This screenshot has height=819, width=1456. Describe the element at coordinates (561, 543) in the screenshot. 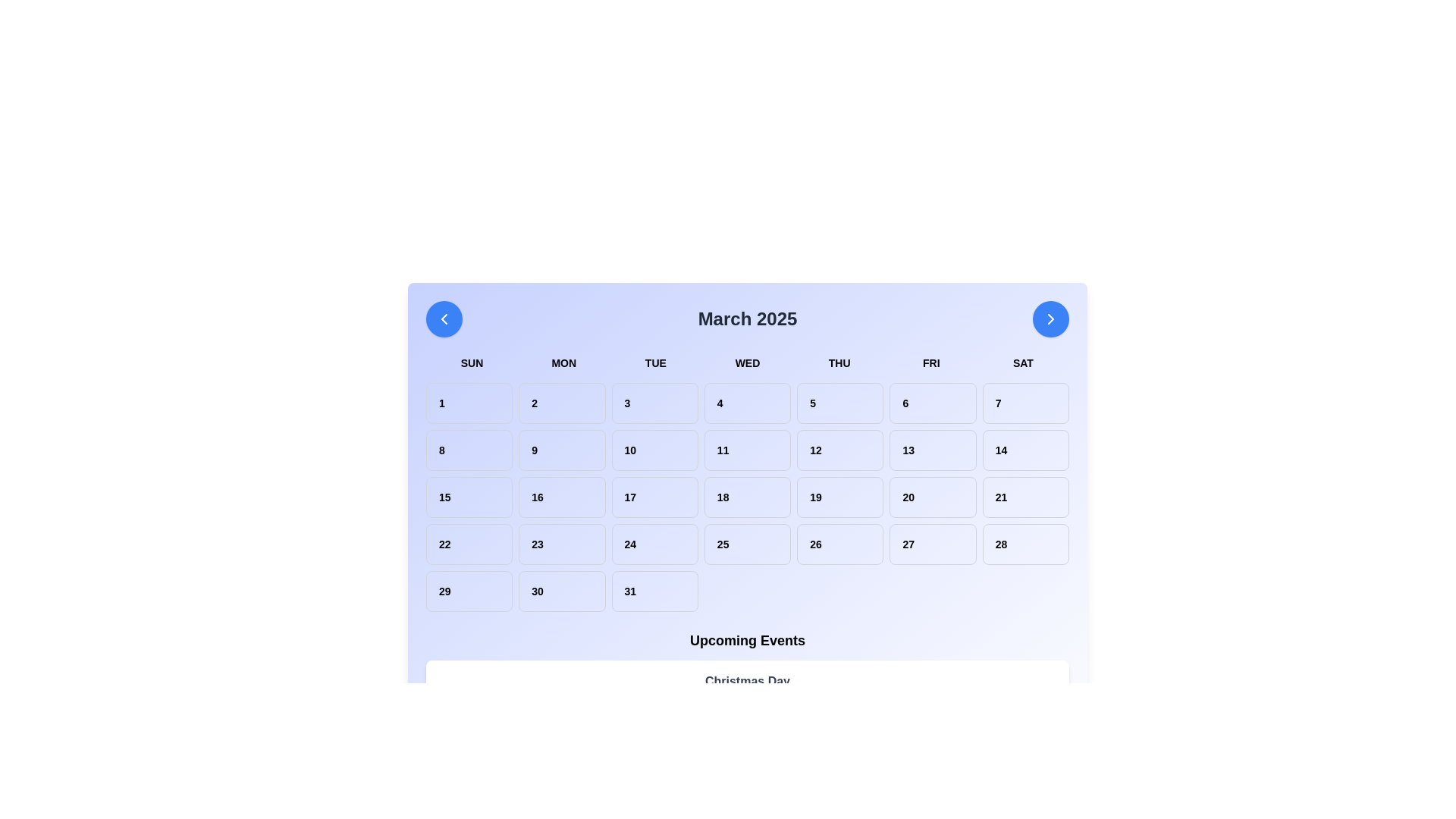

I see `the rectangular button displaying the number '23' with a light blue background located in the fourth row and sixth column under 'MON'` at that location.